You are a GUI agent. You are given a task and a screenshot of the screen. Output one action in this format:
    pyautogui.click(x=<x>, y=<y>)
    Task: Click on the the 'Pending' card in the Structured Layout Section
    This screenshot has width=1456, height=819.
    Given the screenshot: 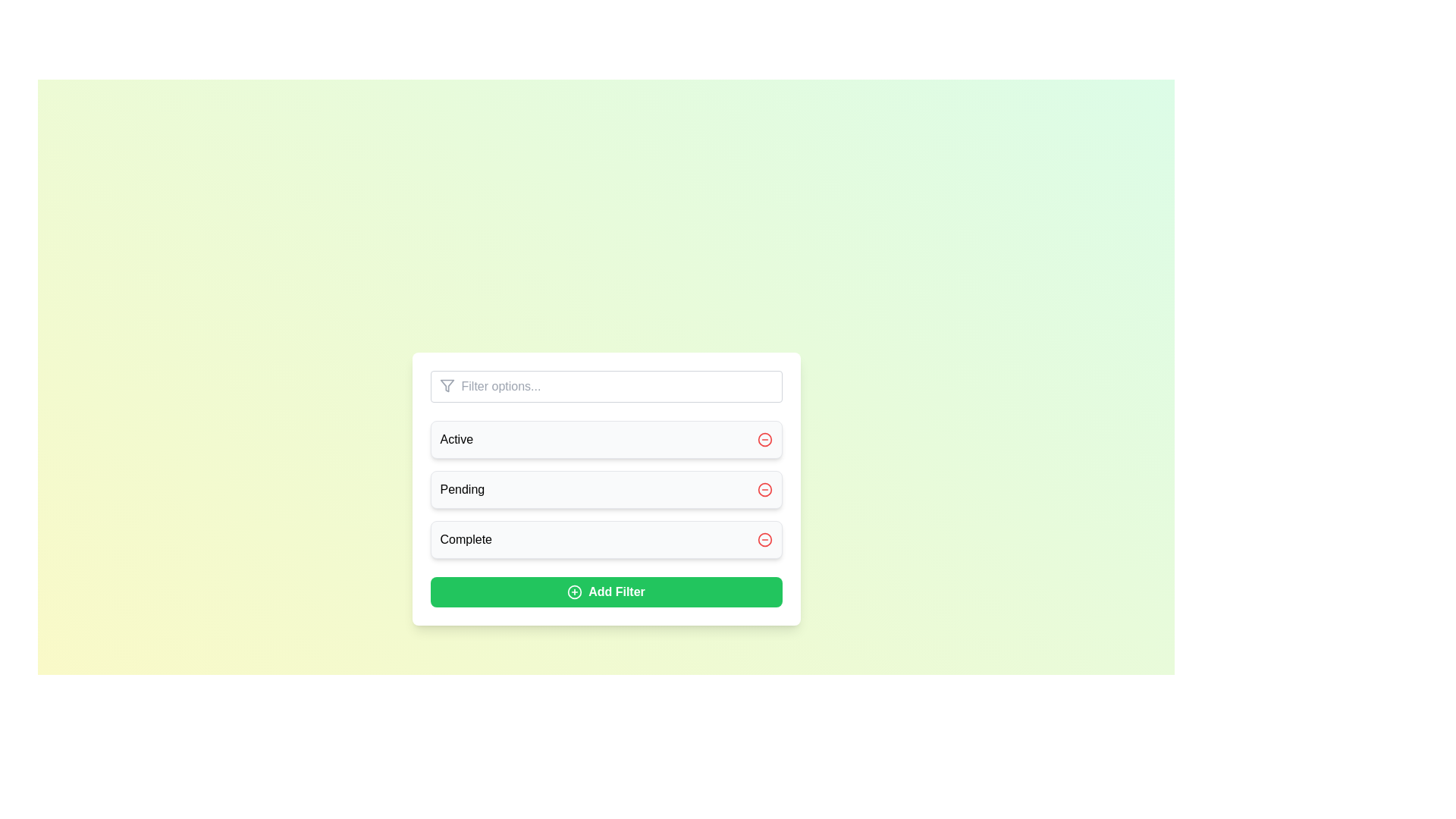 What is the action you would take?
    pyautogui.click(x=605, y=489)
    